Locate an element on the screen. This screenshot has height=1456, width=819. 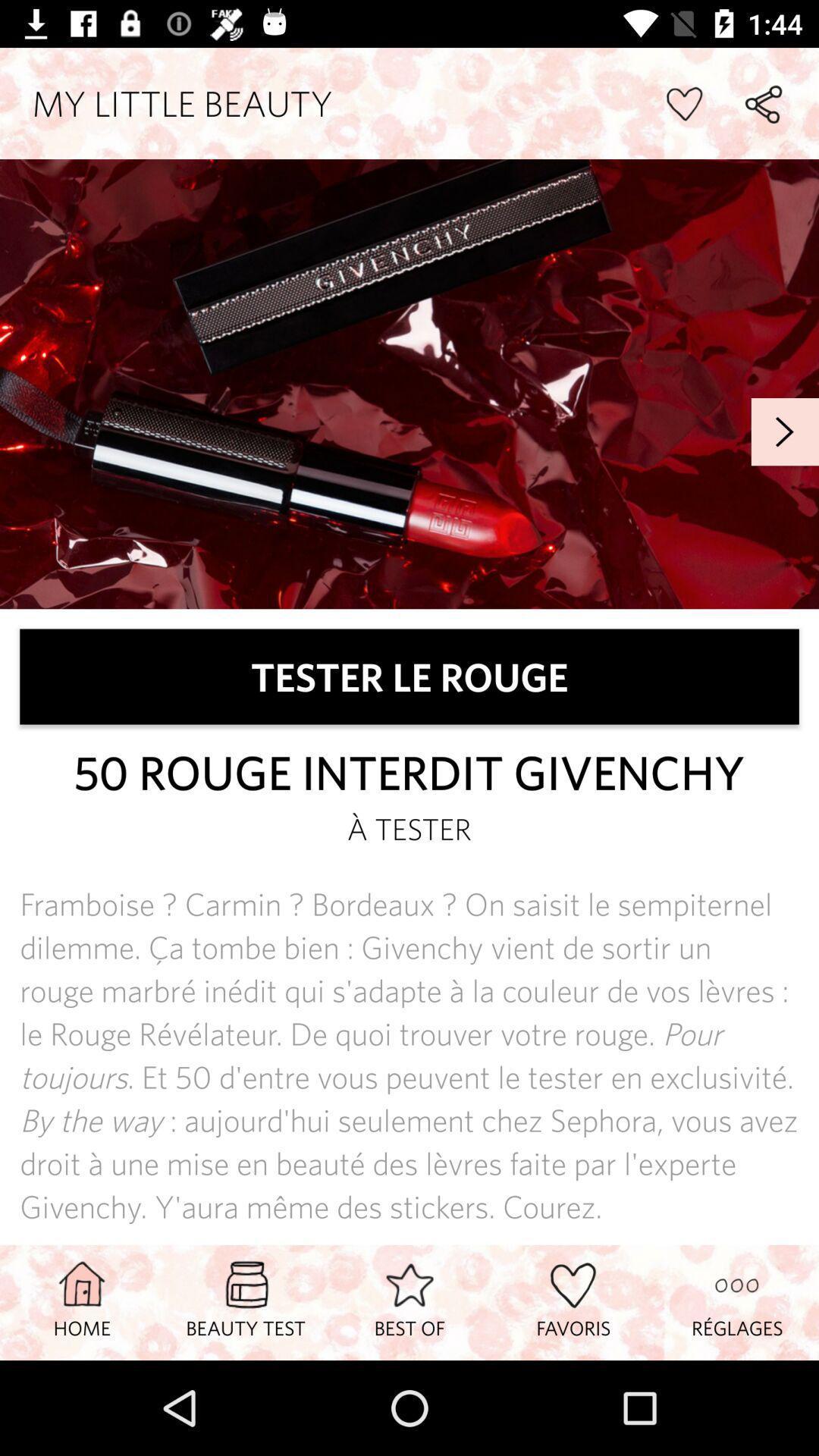
the icon next to the beauty test icon is located at coordinates (82, 1301).